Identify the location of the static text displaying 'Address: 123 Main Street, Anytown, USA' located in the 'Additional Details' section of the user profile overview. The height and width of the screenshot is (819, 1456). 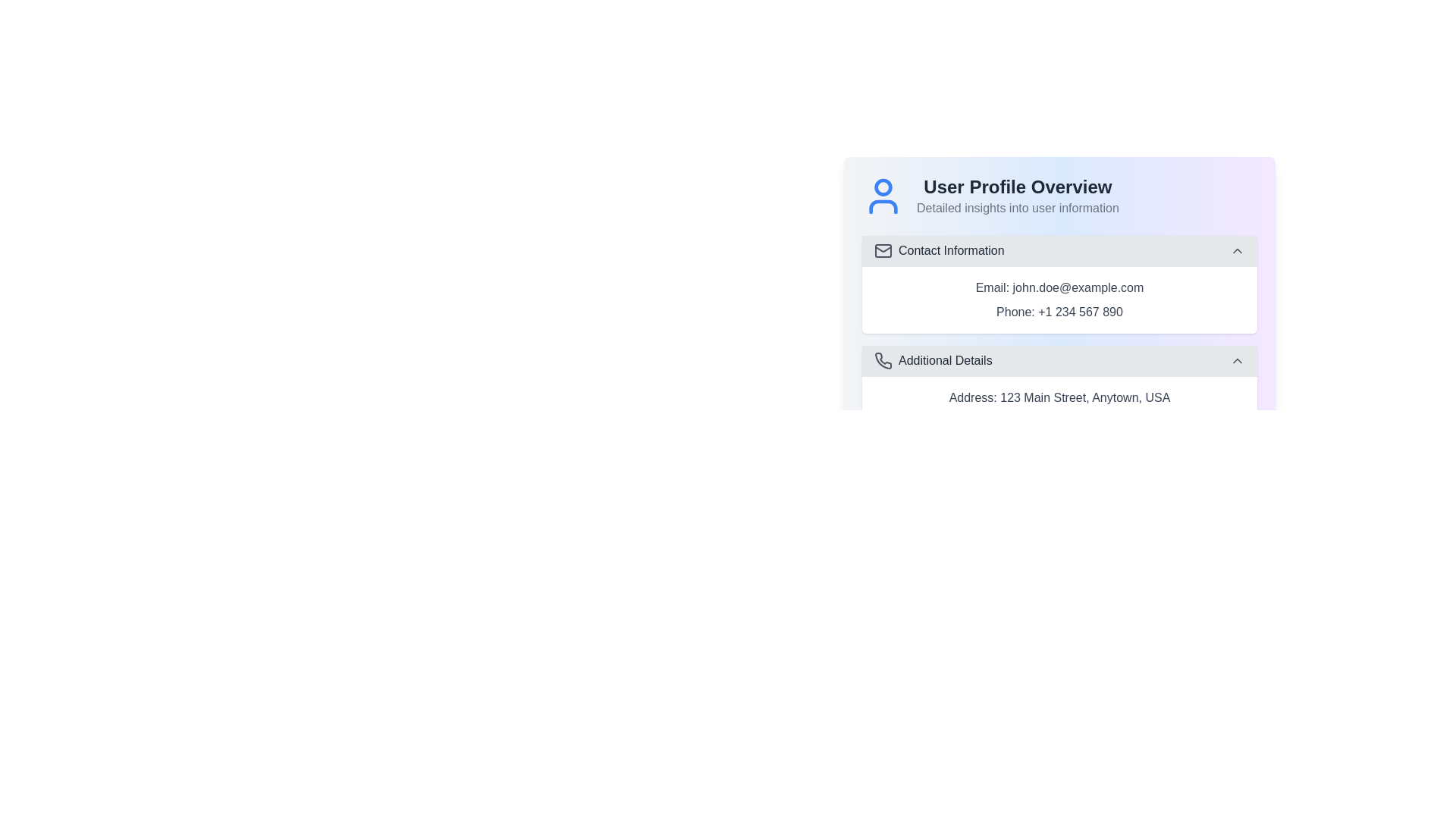
(1059, 397).